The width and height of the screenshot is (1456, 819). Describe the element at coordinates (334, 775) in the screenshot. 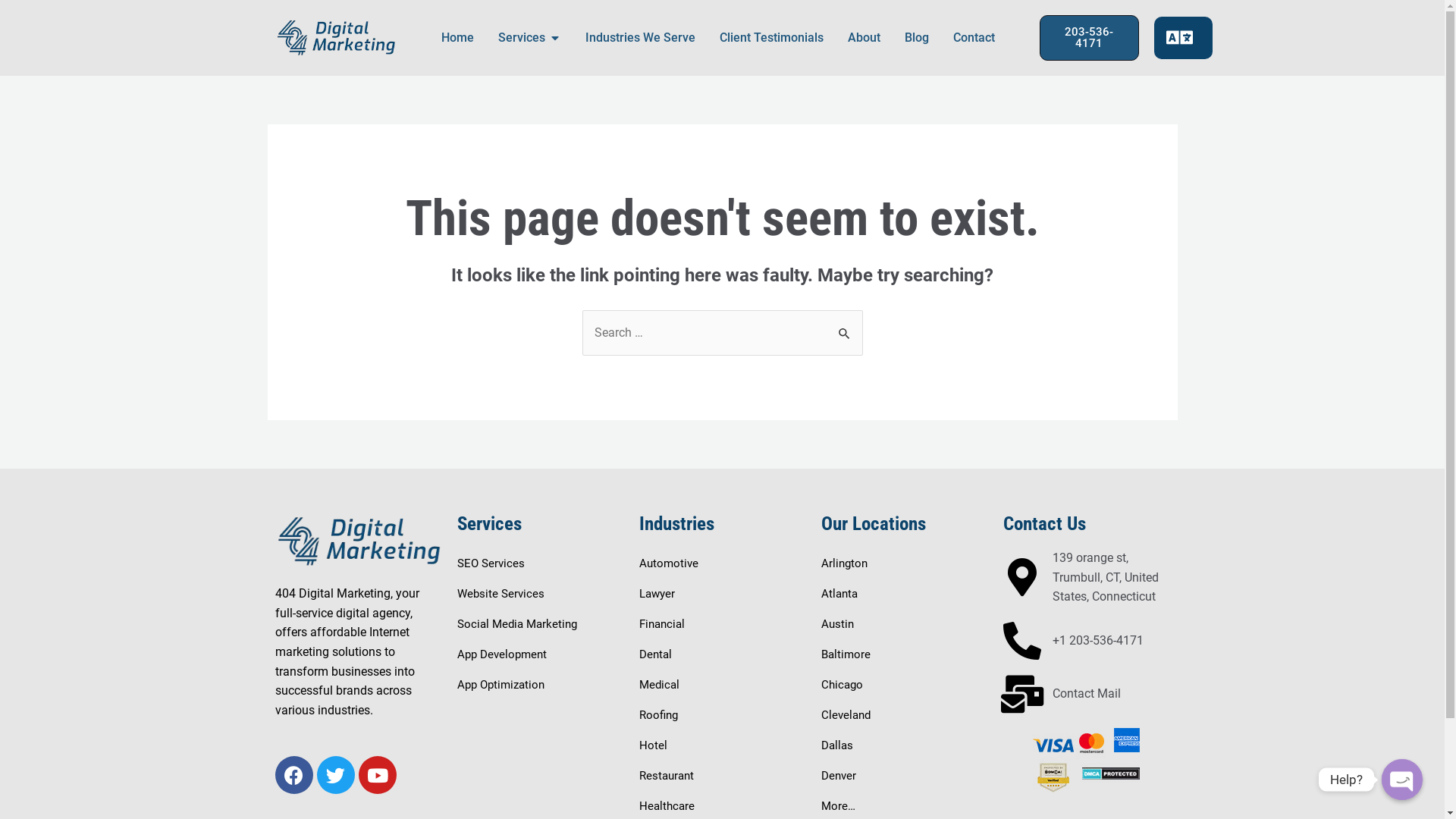

I see `'Twitter'` at that location.